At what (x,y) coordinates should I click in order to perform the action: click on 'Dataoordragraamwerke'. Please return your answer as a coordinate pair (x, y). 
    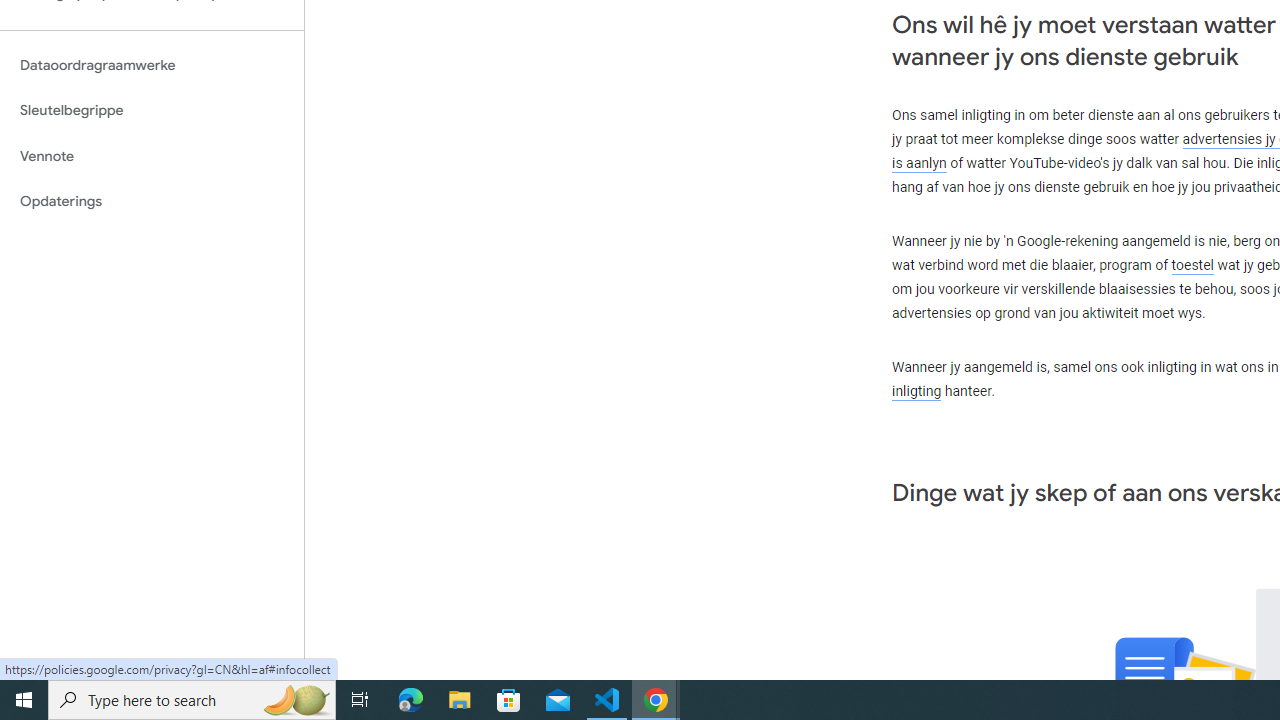
    Looking at the image, I should click on (151, 64).